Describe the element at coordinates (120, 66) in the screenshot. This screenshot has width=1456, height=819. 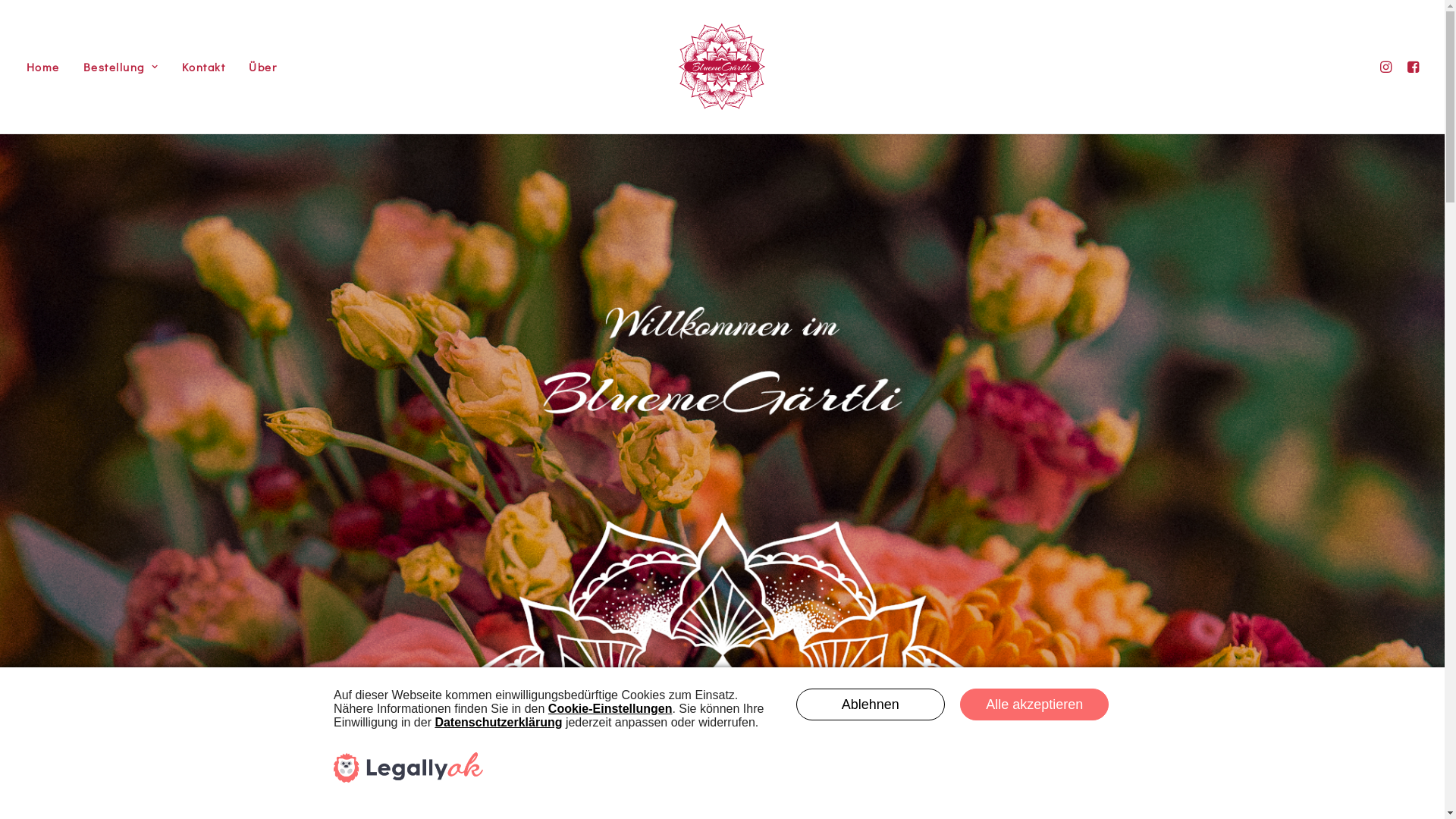
I see `'Bestellung'` at that location.